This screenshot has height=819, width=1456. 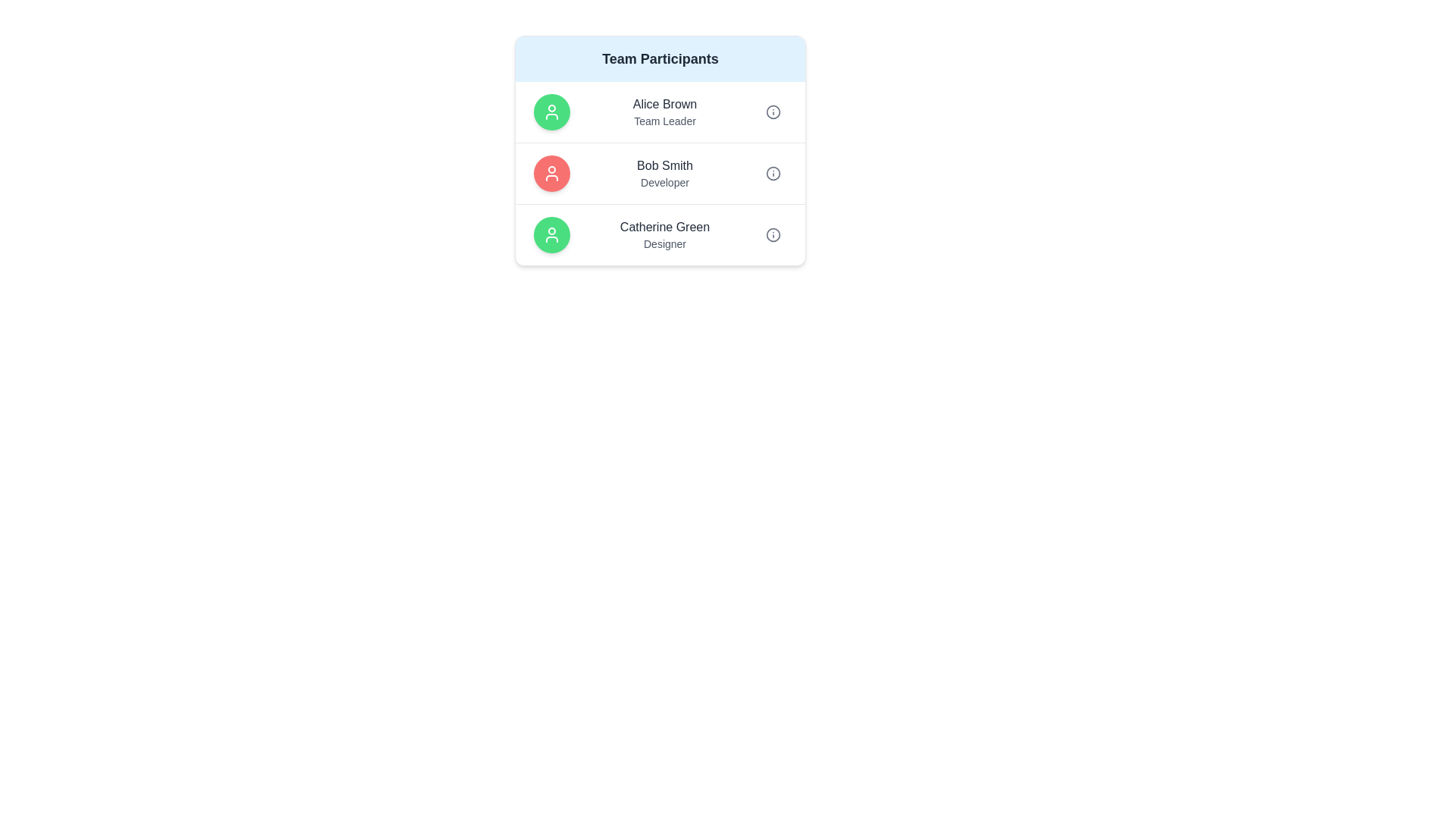 What do you see at coordinates (773, 111) in the screenshot?
I see `the interactive icon located to the right of the first participant's name and title in the vertically stacked list` at bounding box center [773, 111].